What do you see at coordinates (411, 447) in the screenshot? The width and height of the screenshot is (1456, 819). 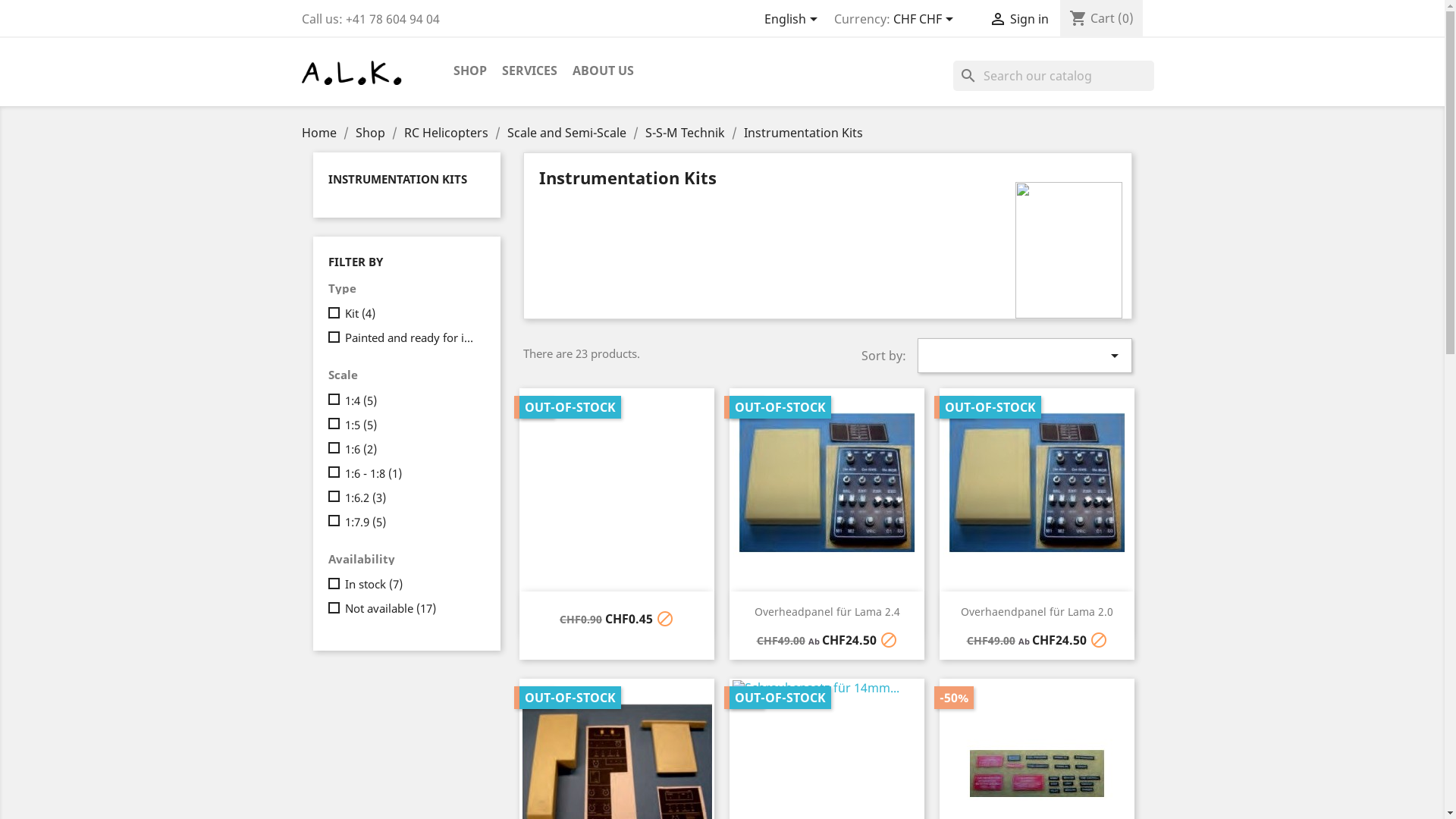 I see `'1:6 (2)'` at bounding box center [411, 447].